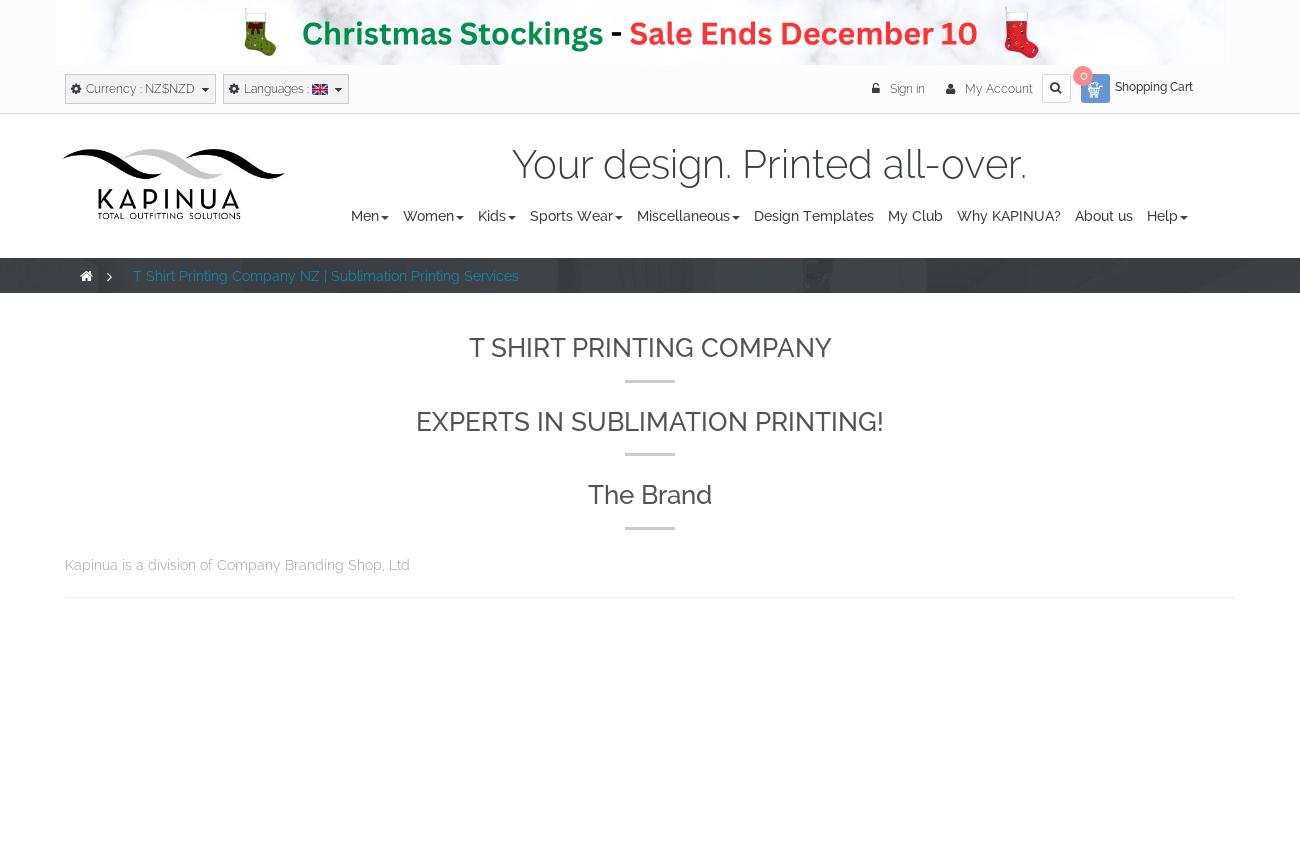  I want to click on 'NZ$NZD', so click(170, 87).